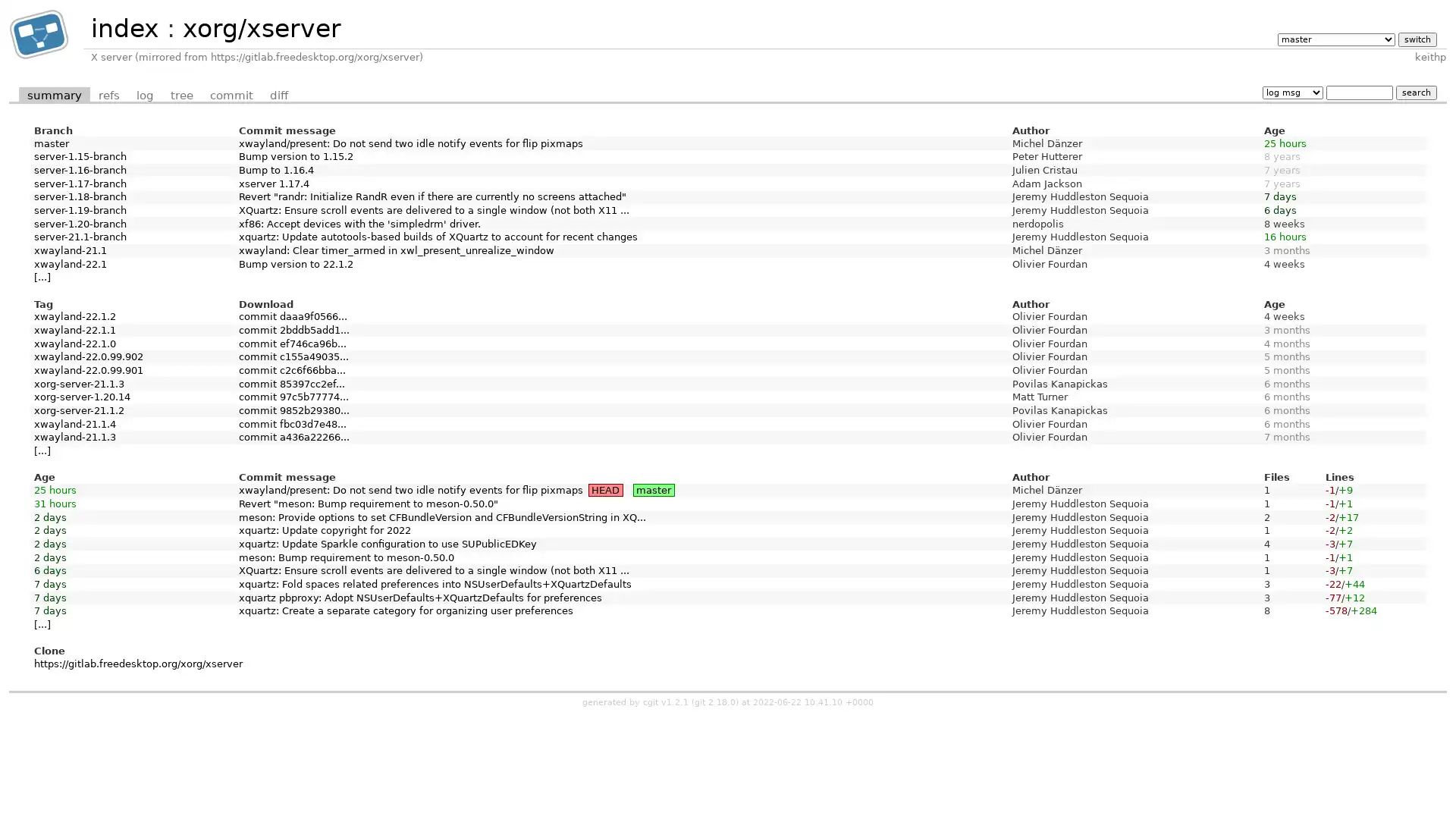  I want to click on switch, so click(1416, 38).